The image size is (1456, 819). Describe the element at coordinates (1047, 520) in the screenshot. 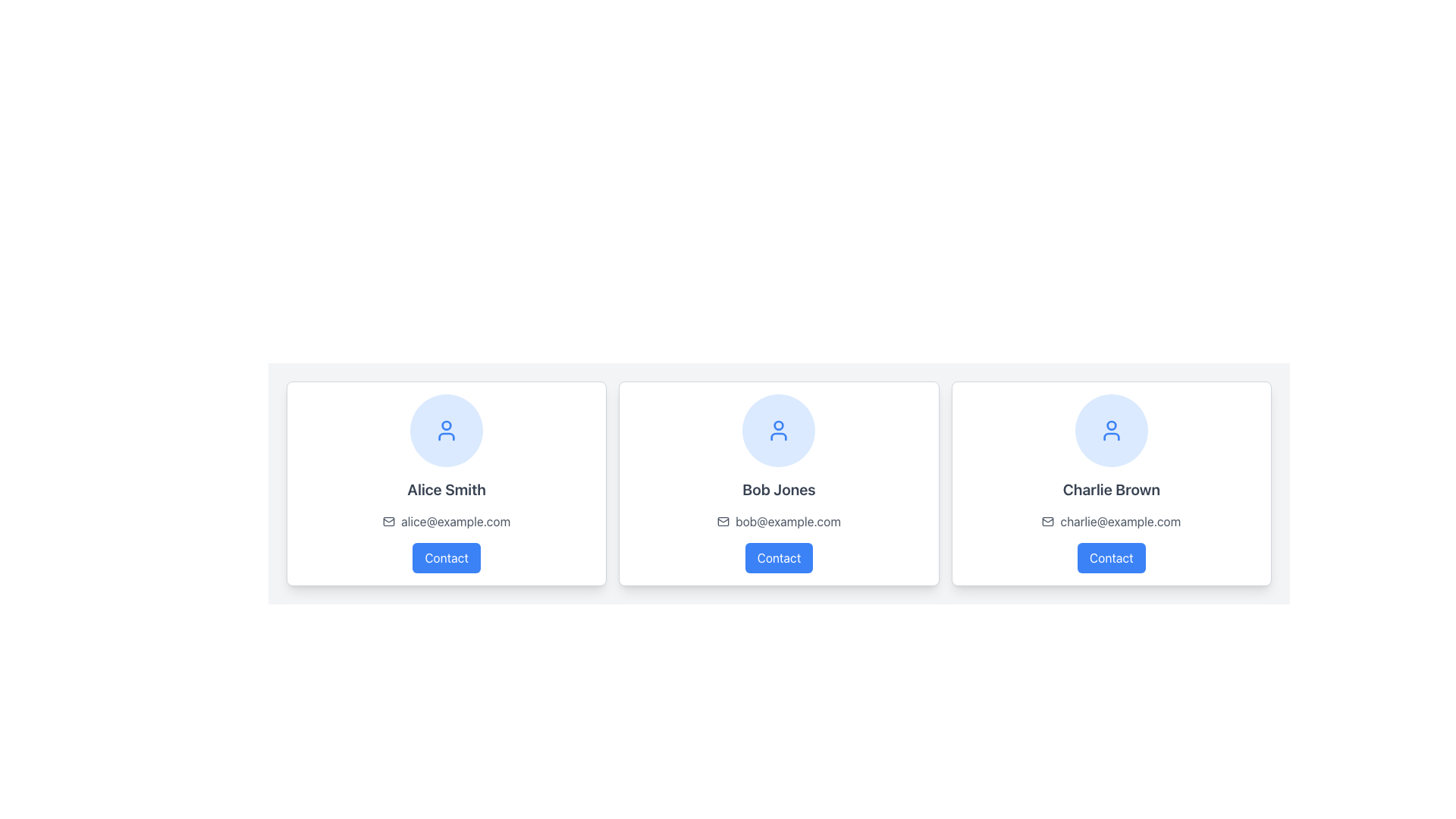

I see `the small mail icon with an envelope representation, which is located in the top-left corner of the information panel for Charlie Brown, preceding the text 'charlie@example.com'` at that location.